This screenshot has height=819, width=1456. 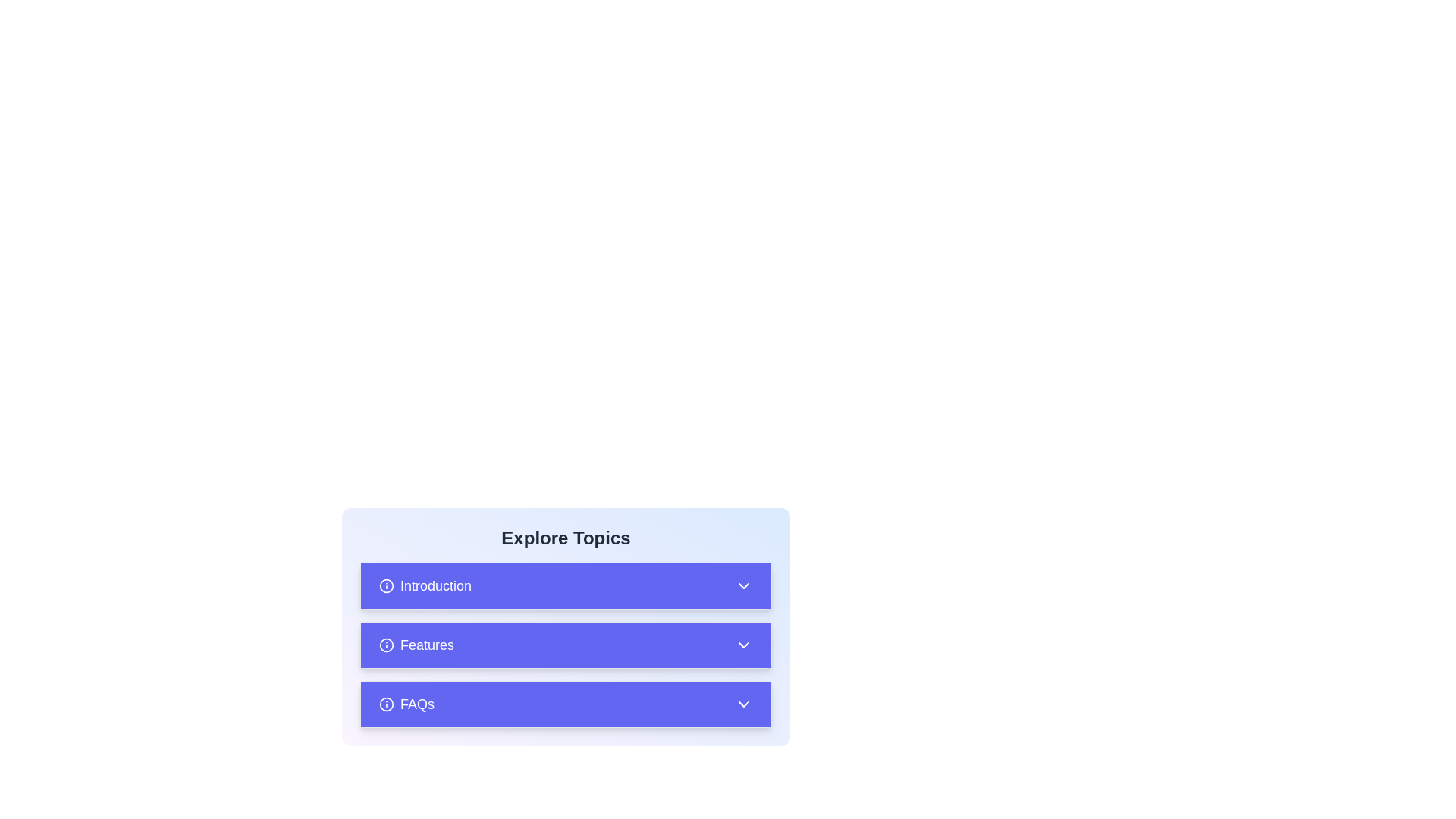 What do you see at coordinates (386, 645) in the screenshot?
I see `the circular information icon with a blue background located in the second row of the 'Explore Topics' menu, next to the 'Features' label` at bounding box center [386, 645].